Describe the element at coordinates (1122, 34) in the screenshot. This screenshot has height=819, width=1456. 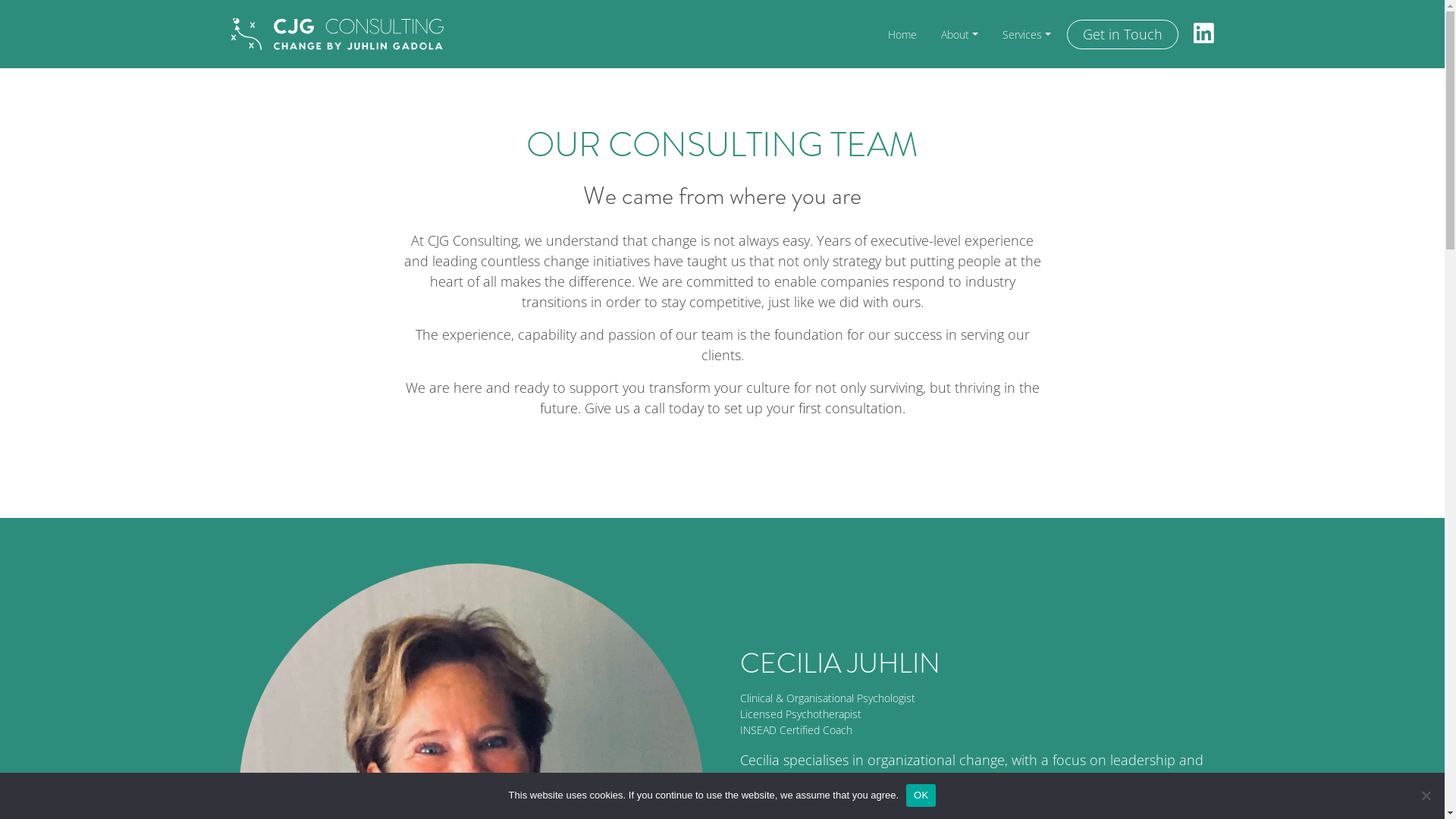
I see `'Get in Touch'` at that location.